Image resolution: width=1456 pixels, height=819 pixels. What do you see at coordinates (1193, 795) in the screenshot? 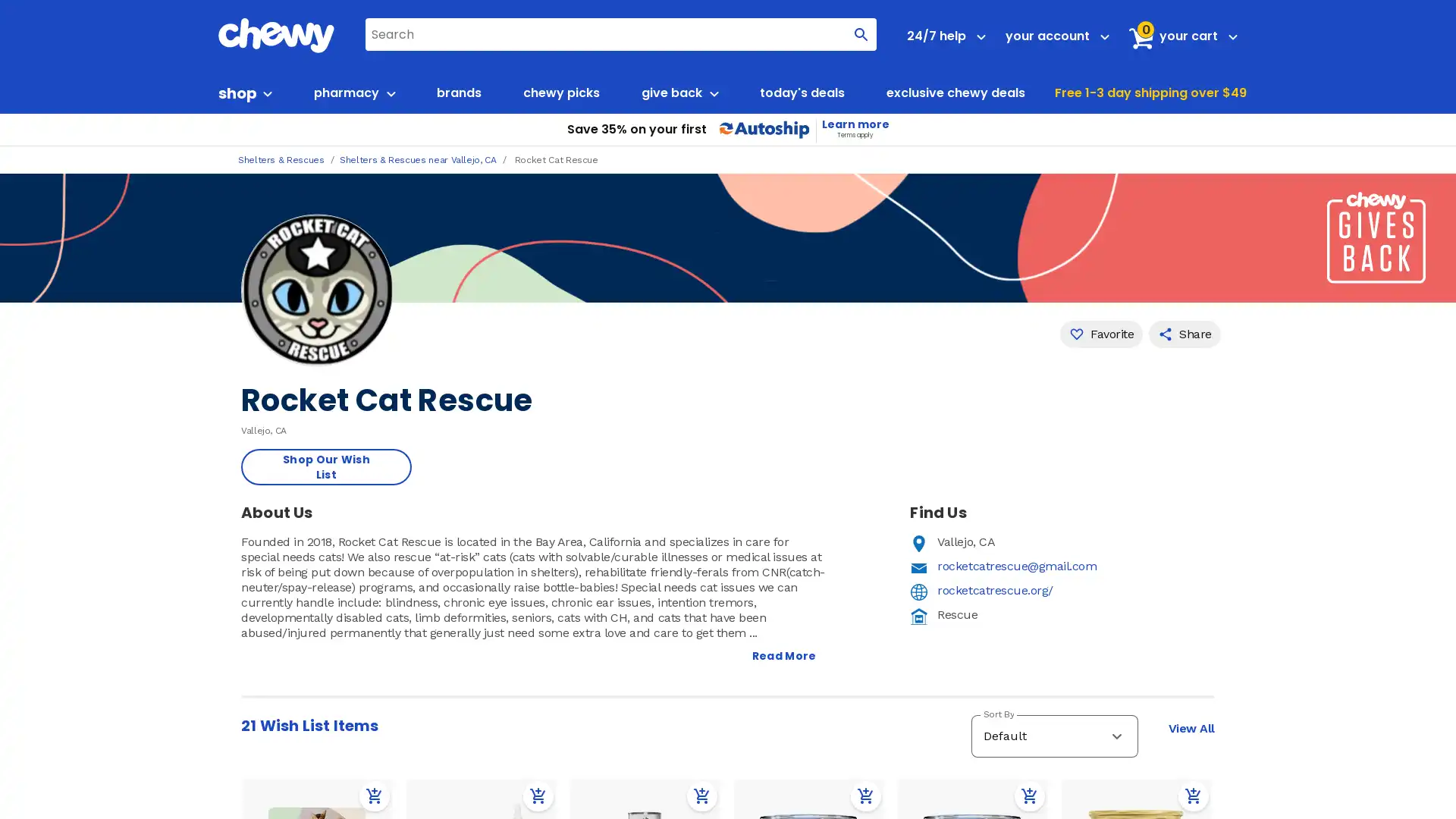
I see `Add 1 item to cart. Fancy Feast Kitten Tender Chicken Feast Canned Cat Food, 3-oz, case of 24` at bounding box center [1193, 795].